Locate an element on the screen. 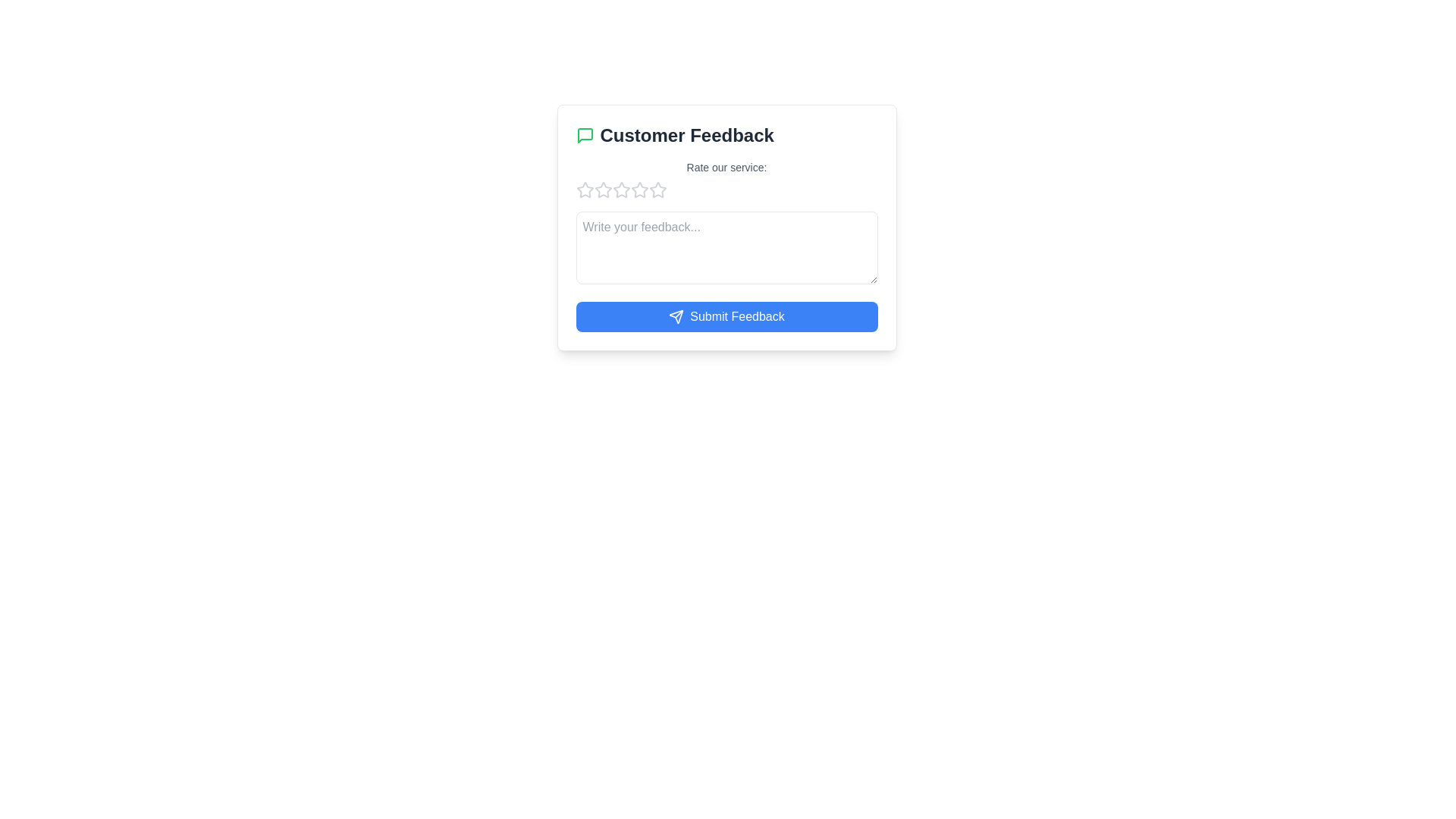  the fourth star icon in the rating system is located at coordinates (639, 189).